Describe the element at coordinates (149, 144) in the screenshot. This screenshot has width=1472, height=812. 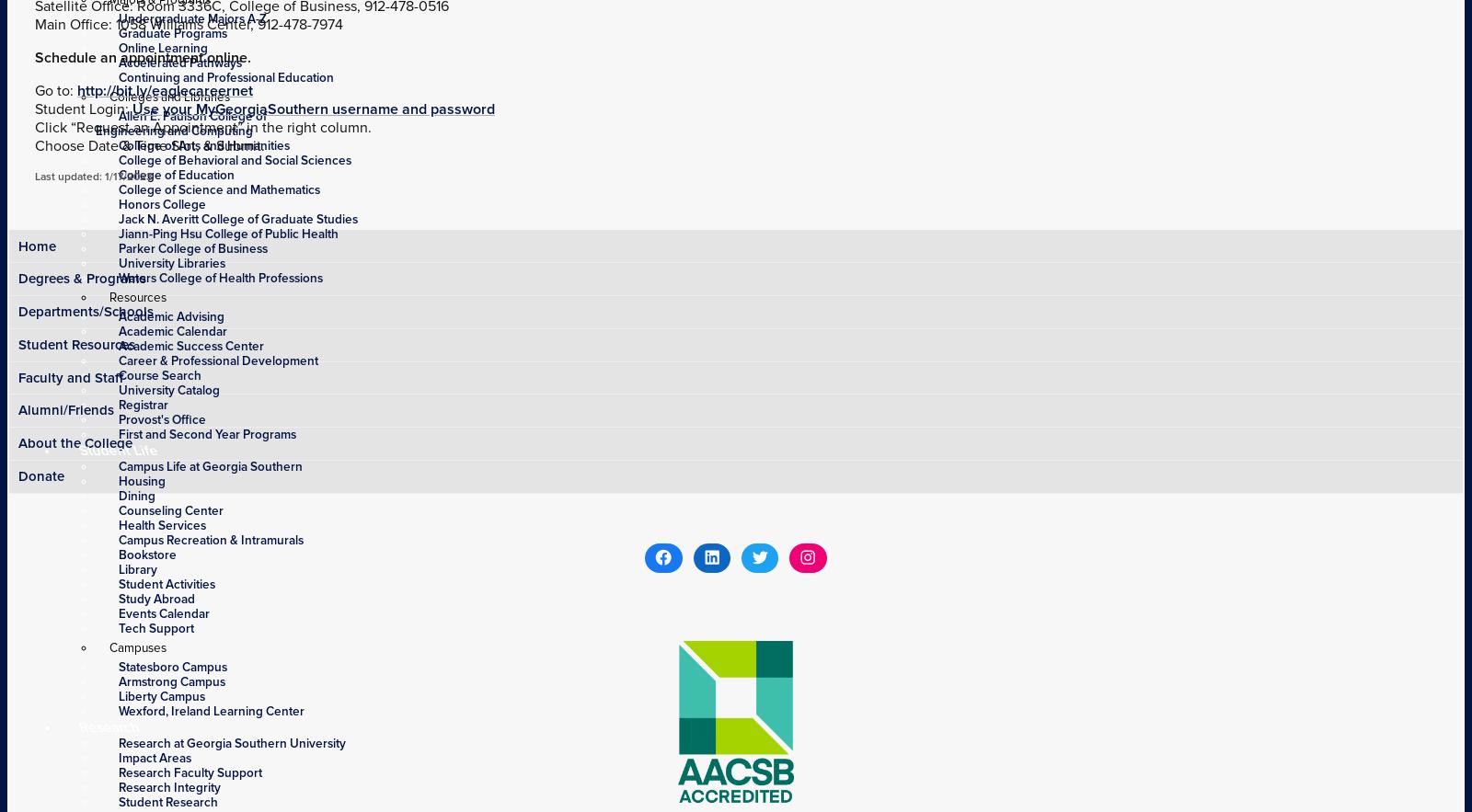
I see `'Choose Date & Time Slot, & Submit.'` at that location.